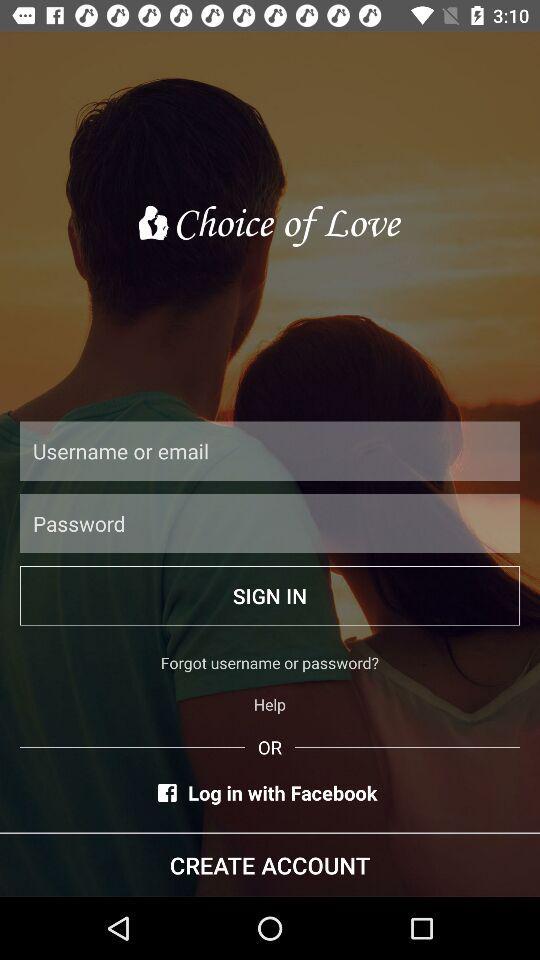  What do you see at coordinates (270, 595) in the screenshot?
I see `item above forgot username or icon` at bounding box center [270, 595].